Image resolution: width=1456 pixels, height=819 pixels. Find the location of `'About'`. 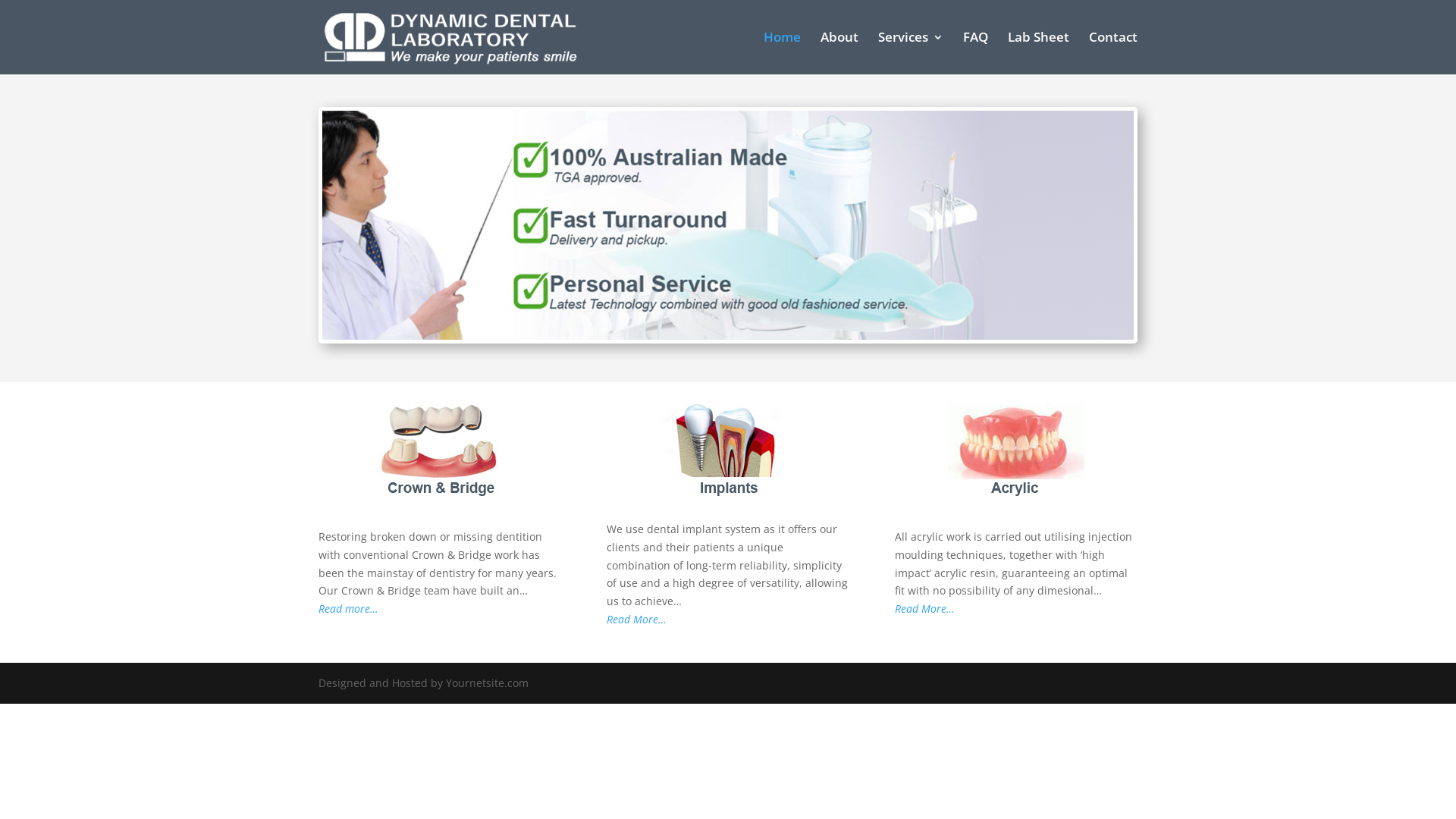

'About' is located at coordinates (839, 52).